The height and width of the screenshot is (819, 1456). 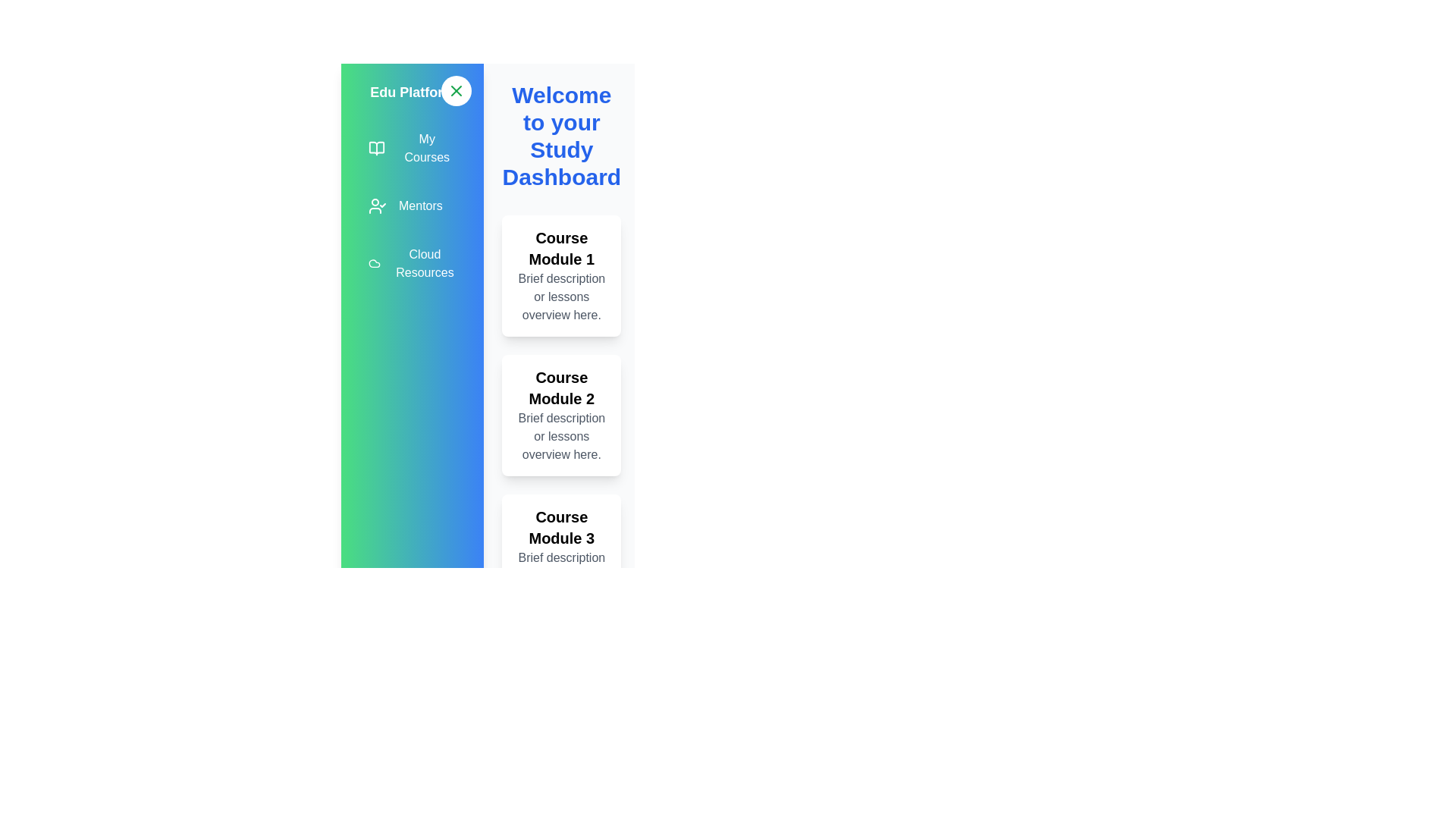 What do you see at coordinates (412, 262) in the screenshot?
I see `the 'Cloud Resources' menu item to navigate to the respective section` at bounding box center [412, 262].